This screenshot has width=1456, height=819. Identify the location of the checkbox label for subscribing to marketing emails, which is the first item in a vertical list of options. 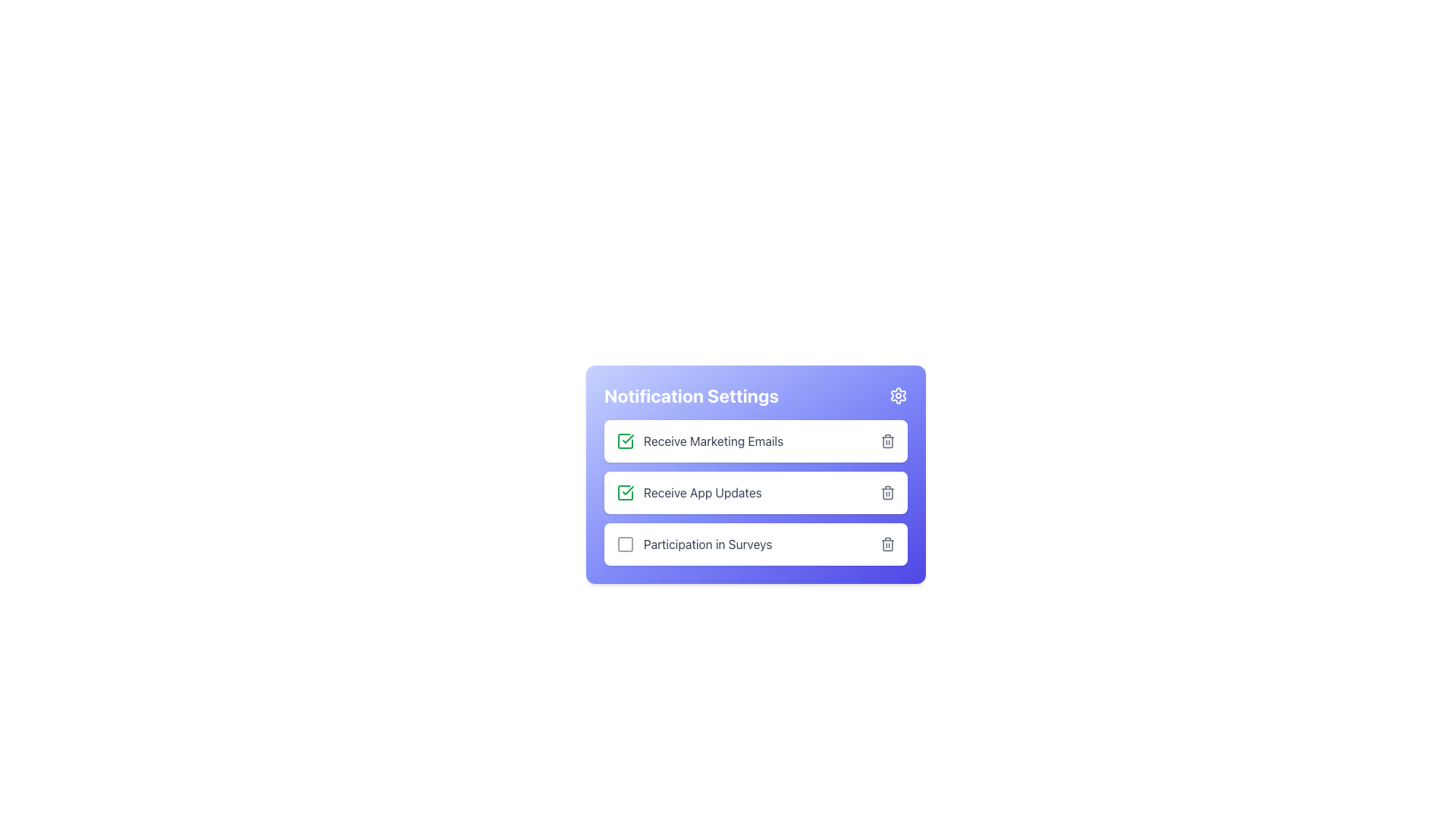
(699, 441).